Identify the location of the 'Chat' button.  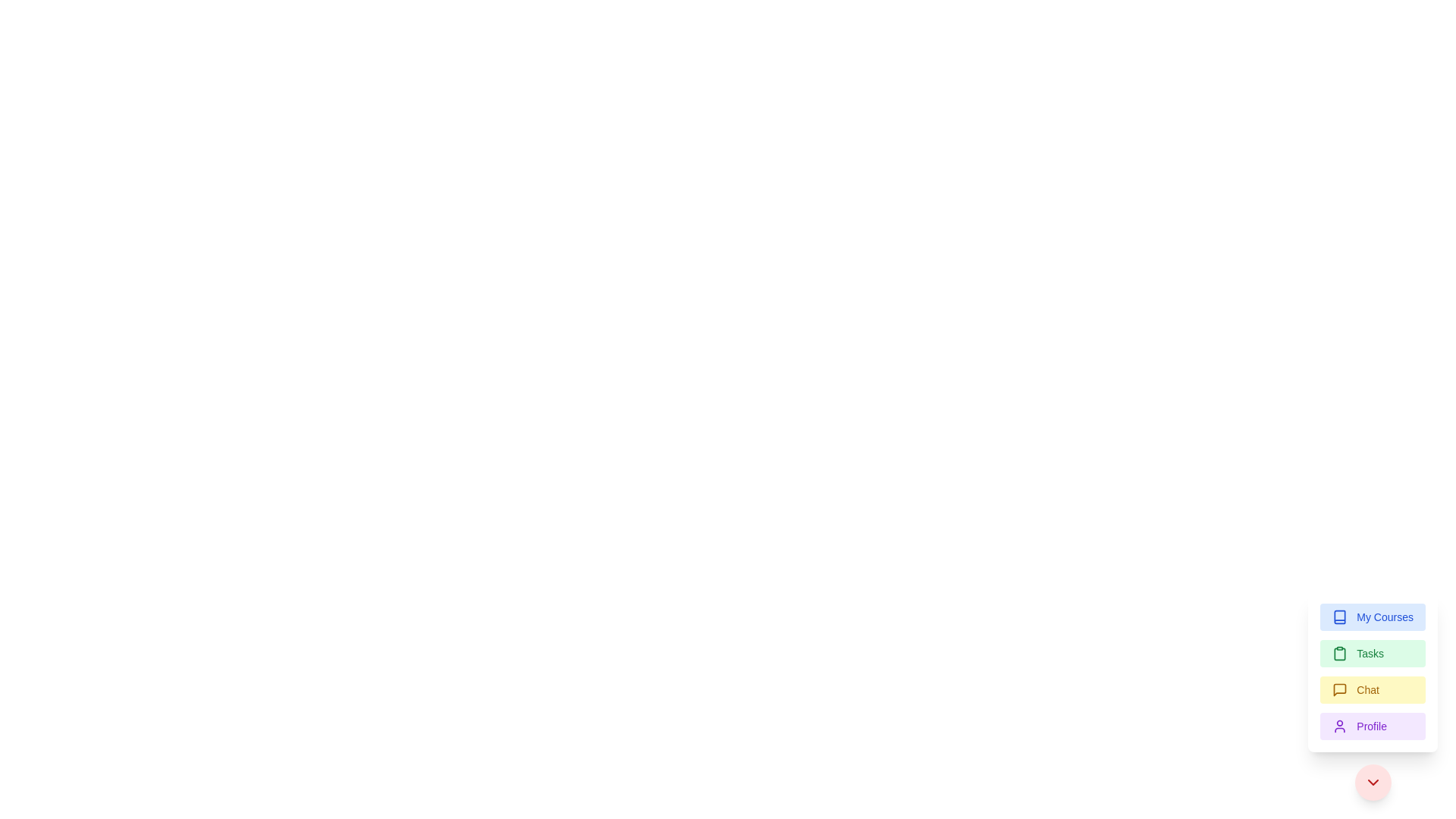
(1373, 690).